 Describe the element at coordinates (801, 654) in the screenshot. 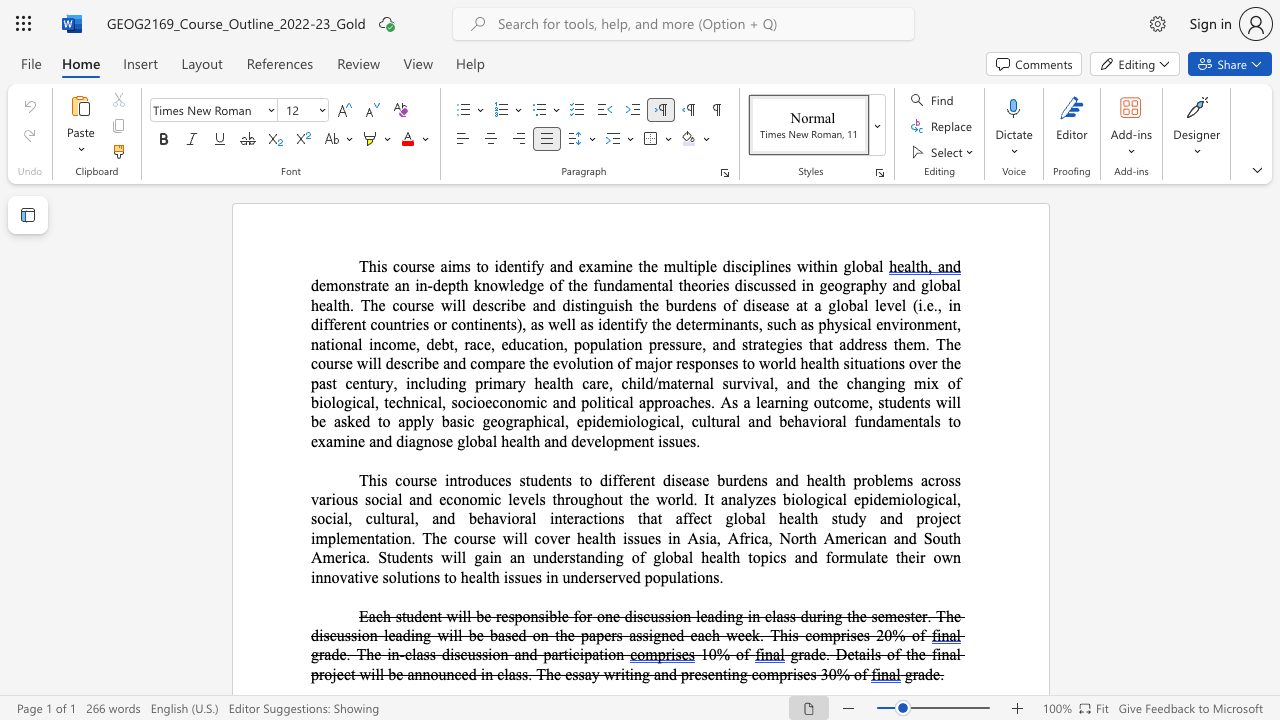

I see `the 1th character "r" in the text` at that location.